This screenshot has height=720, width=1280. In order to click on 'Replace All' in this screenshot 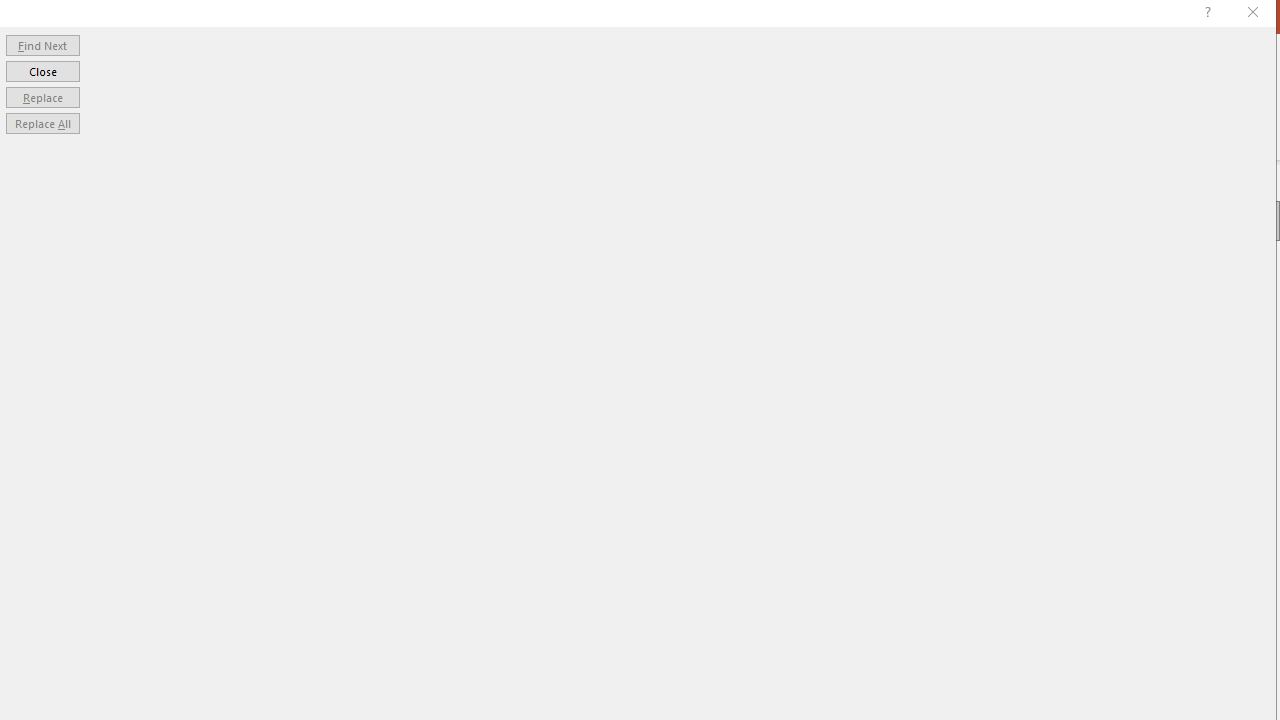, I will do `click(42, 123)`.